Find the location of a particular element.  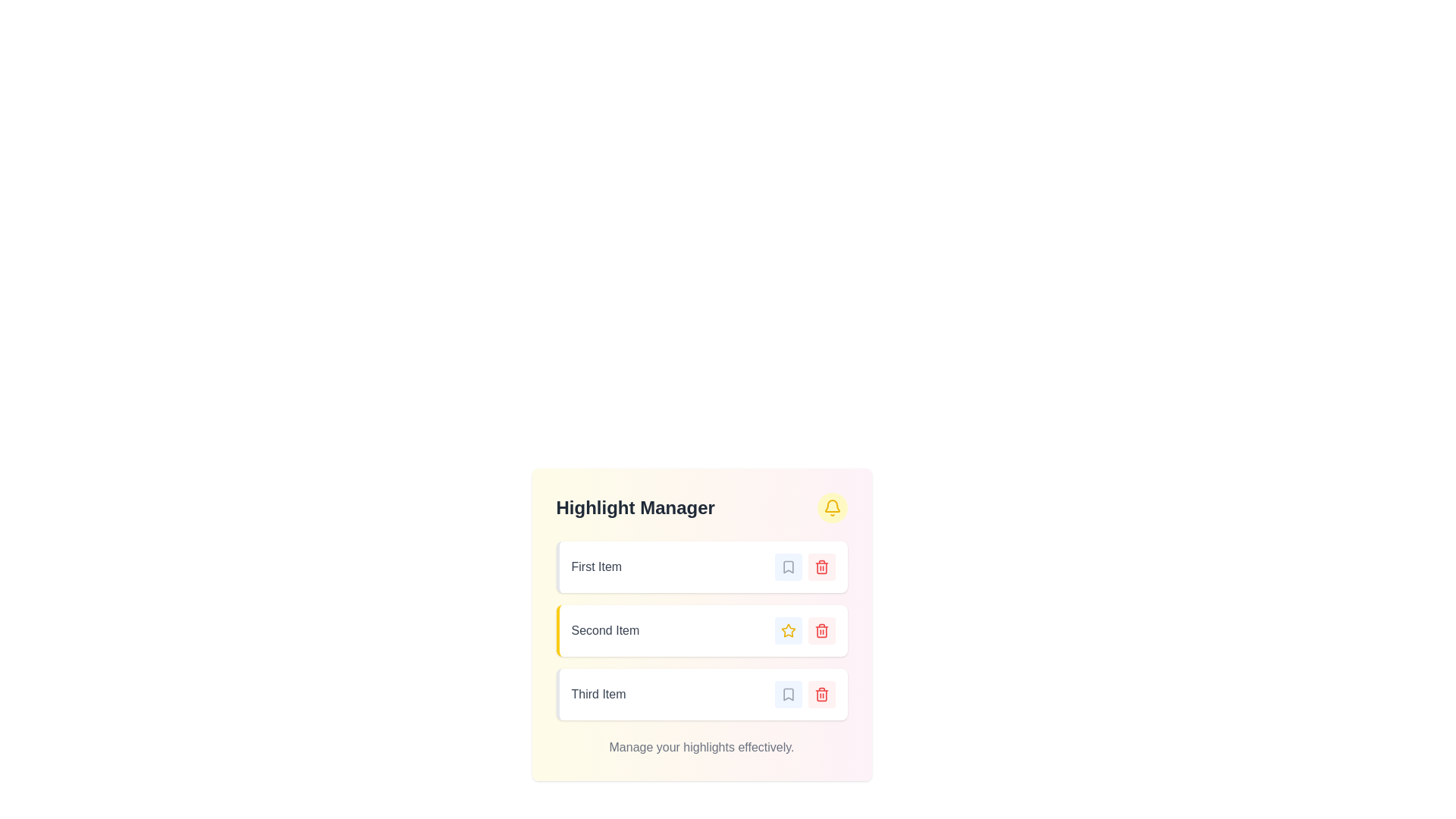

the Trash icon button on the far-right side of the 'Third Item' row in the 'Highlight Manager' section is located at coordinates (821, 694).